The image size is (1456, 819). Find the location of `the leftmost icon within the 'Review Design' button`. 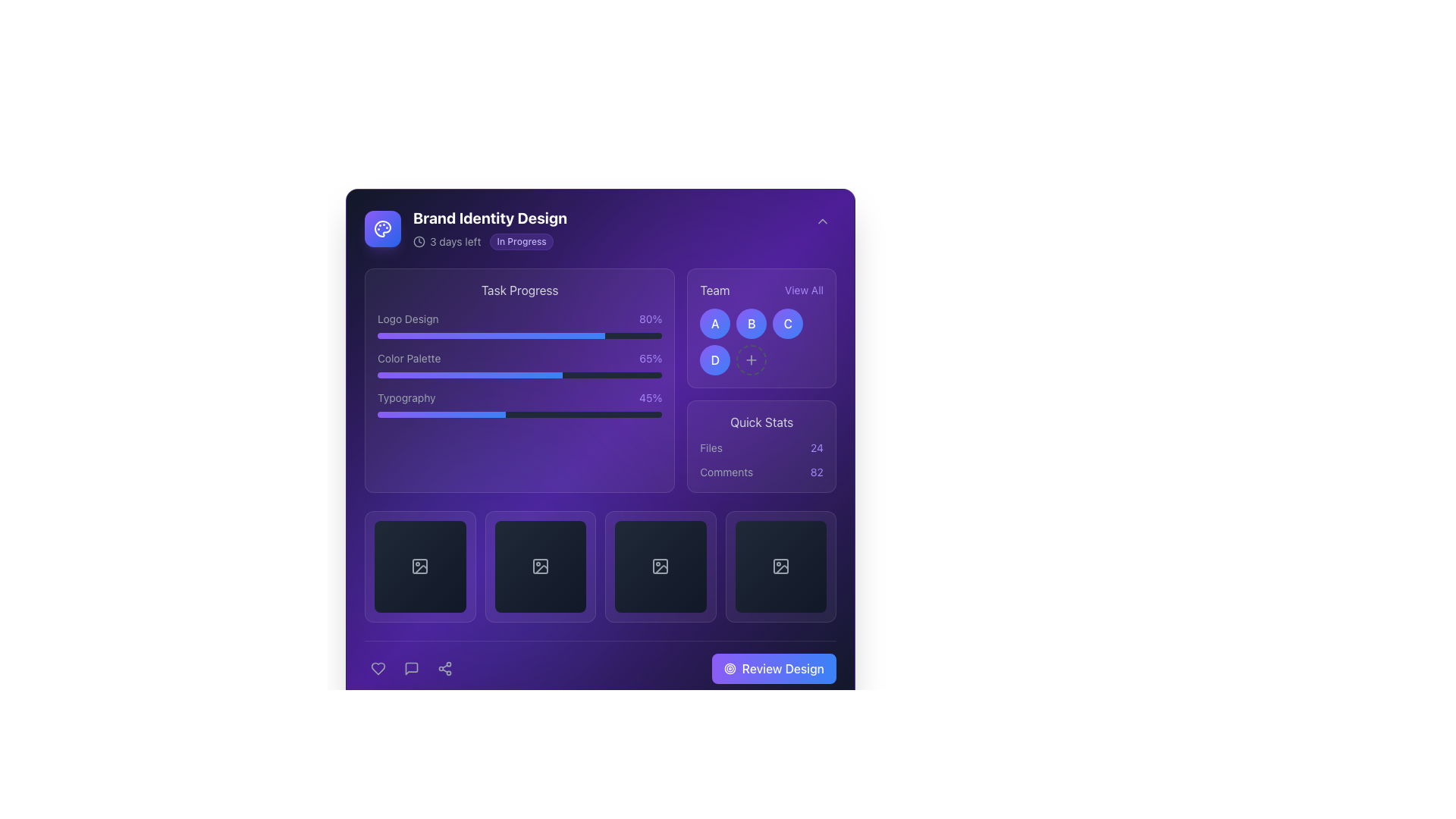

the leftmost icon within the 'Review Design' button is located at coordinates (730, 667).